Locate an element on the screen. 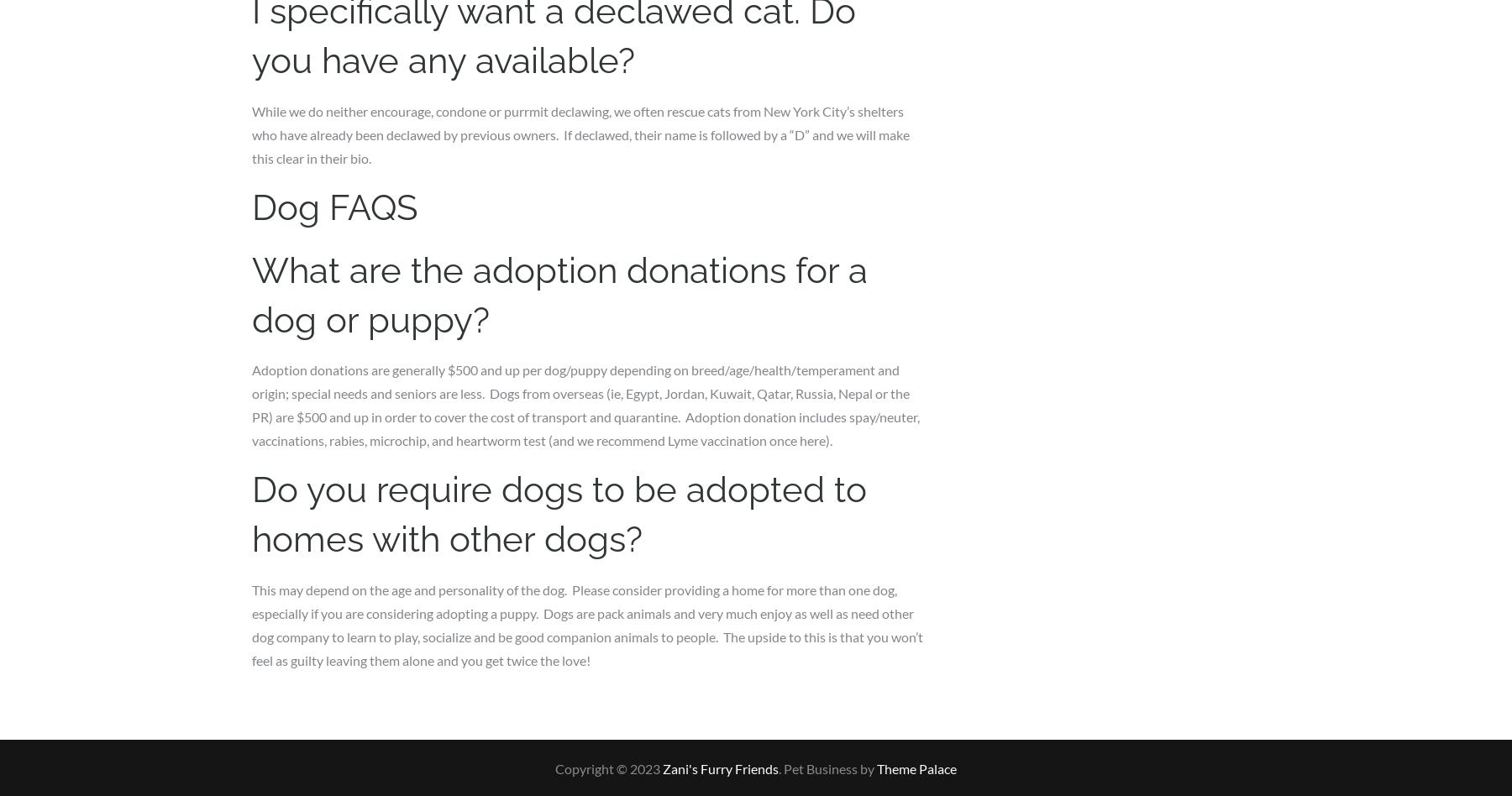  'Do you require dogs to be adopted to homes with other dogs?' is located at coordinates (559, 513).